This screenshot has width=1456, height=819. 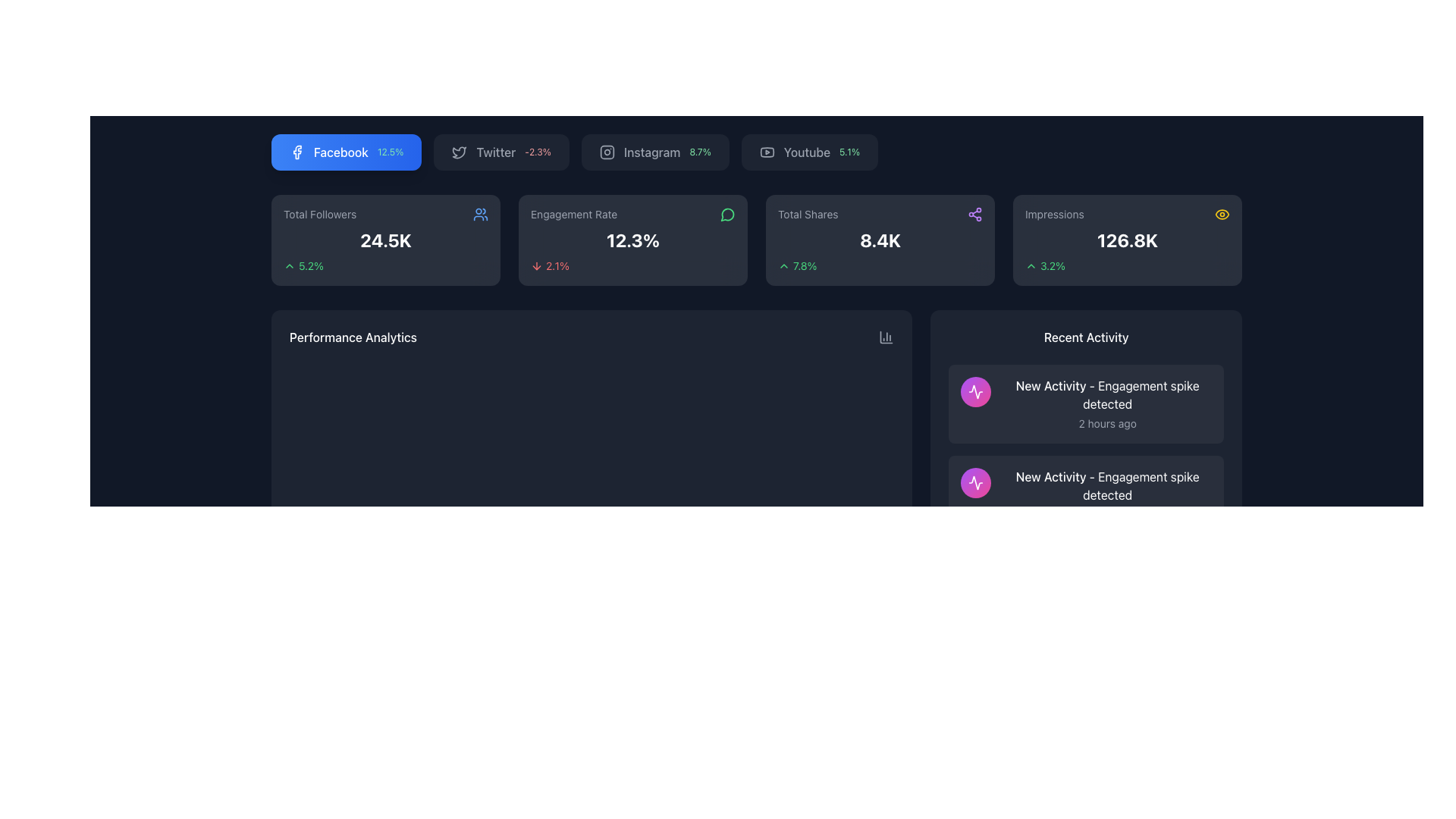 I want to click on the 'New Activity' text label, which is a static text element displayed in white on a dark background, located in the 'Recent Activity' section, above the descriptive text 'Engagement spike detected', so click(x=1050, y=385).